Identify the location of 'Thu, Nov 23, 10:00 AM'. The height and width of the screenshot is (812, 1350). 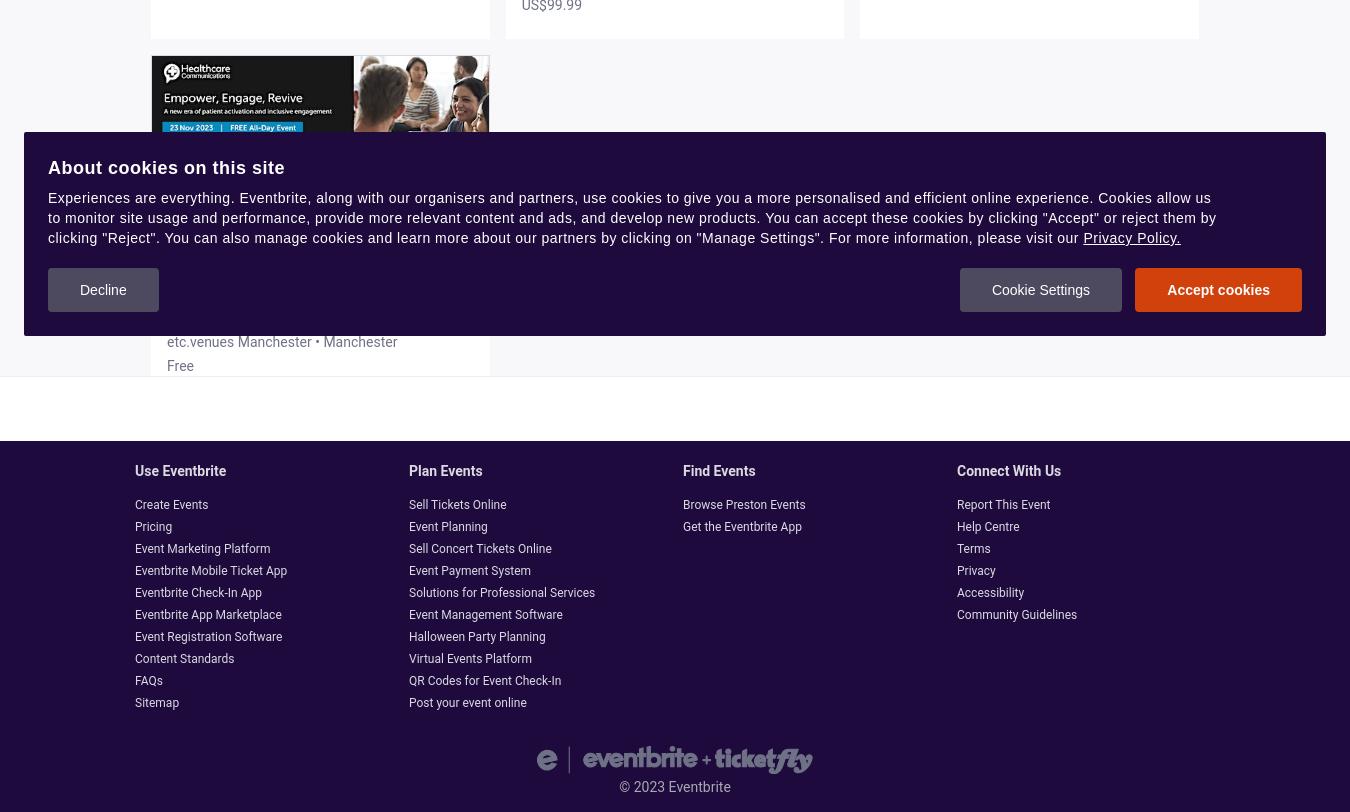
(237, 314).